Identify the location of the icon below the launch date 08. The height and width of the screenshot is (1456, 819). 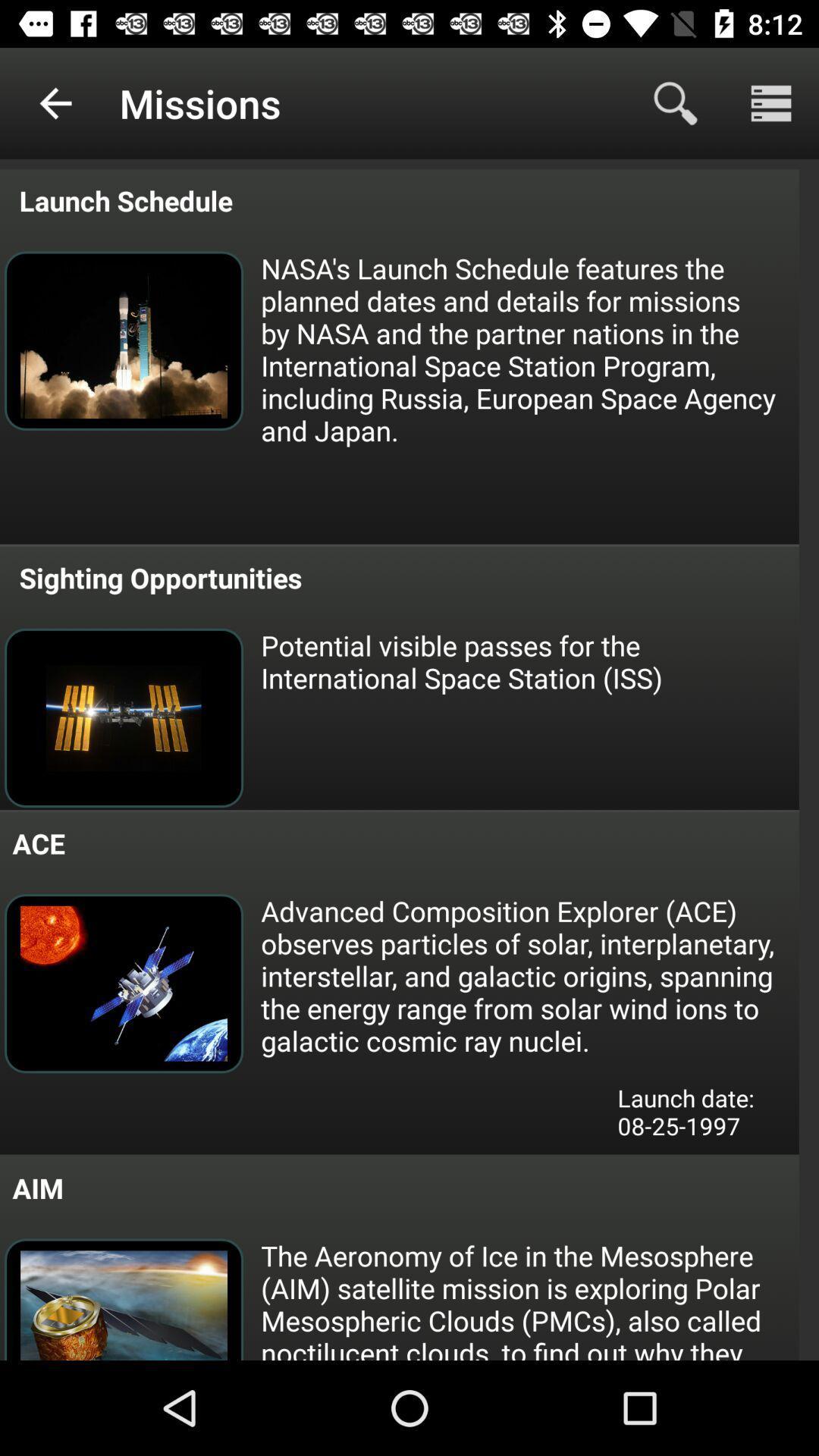
(528, 1298).